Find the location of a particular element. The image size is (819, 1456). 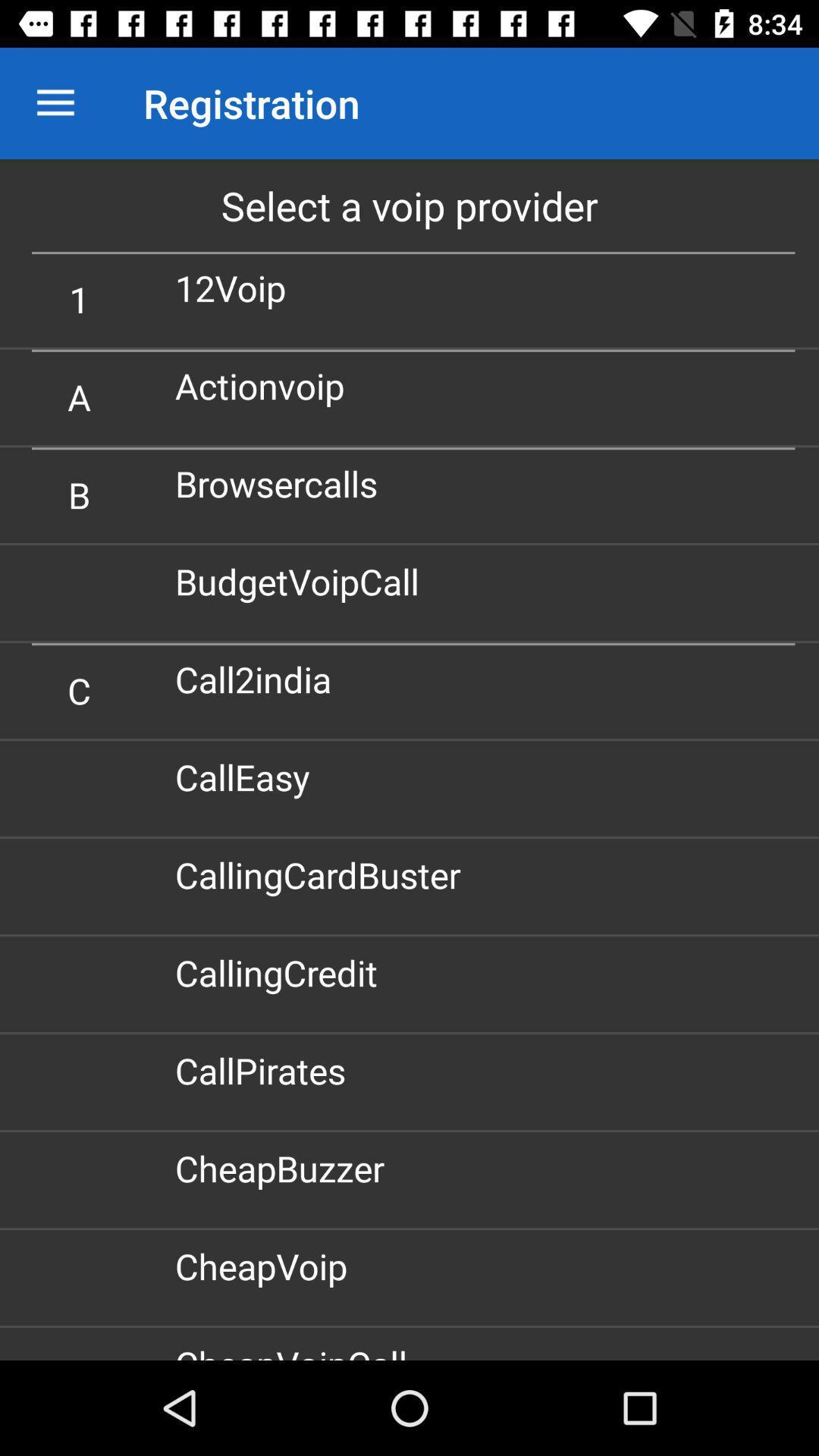

icon to the right of the c item is located at coordinates (259, 678).